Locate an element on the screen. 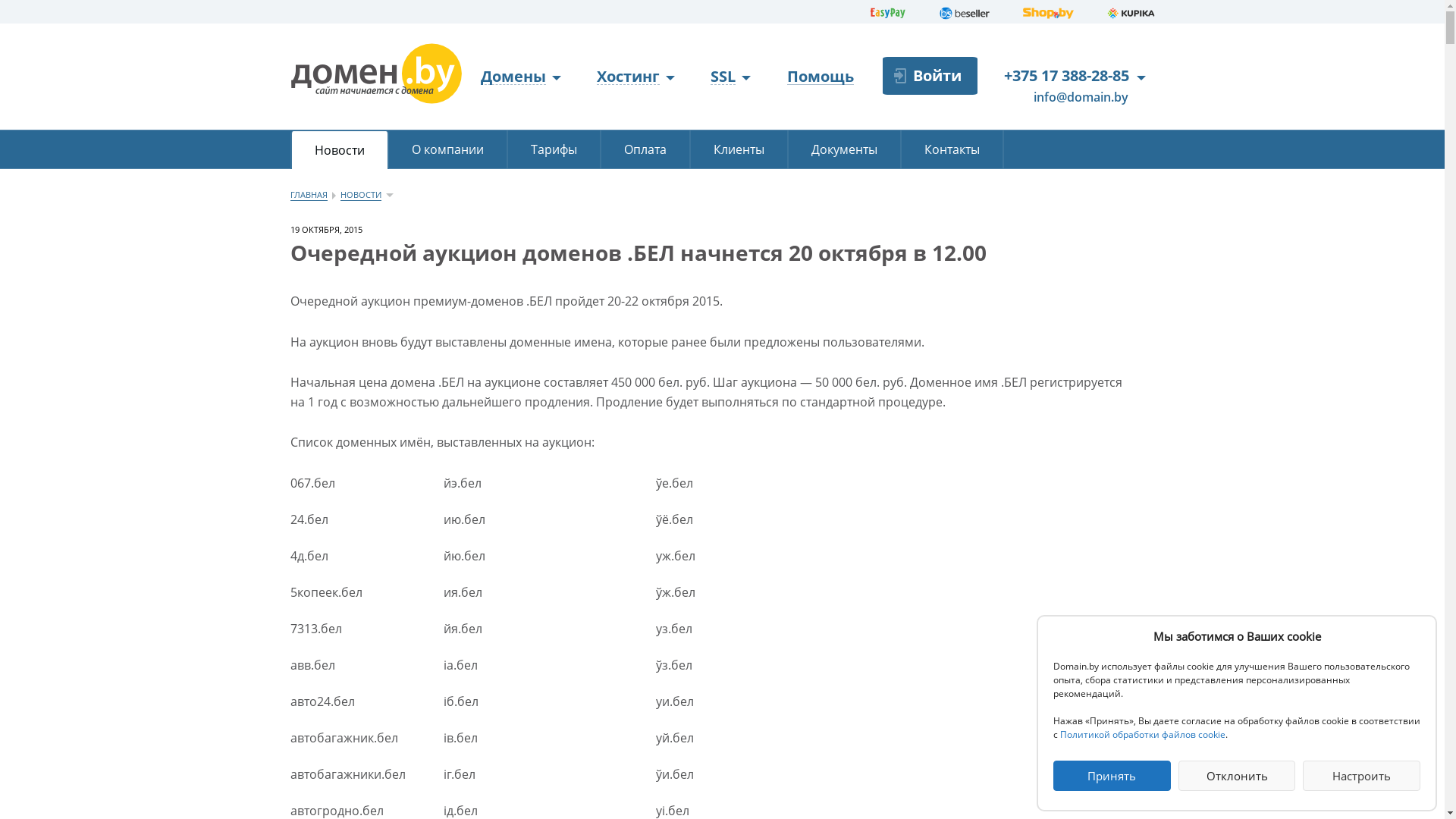 The height and width of the screenshot is (819, 1456). 'info@domain.by' is located at coordinates (1069, 97).